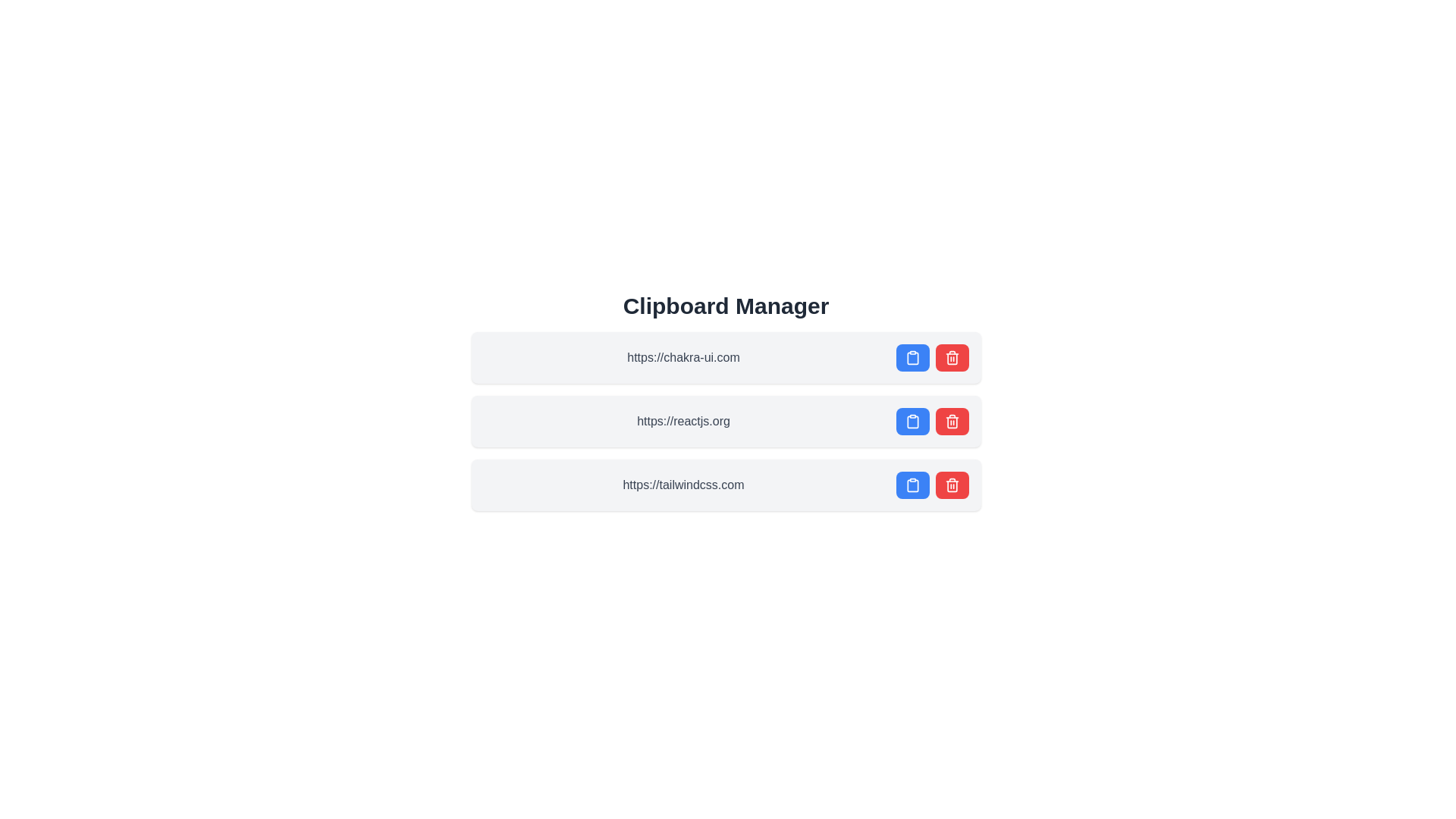 The width and height of the screenshot is (1456, 819). What do you see at coordinates (912, 485) in the screenshot?
I see `the clipboard icon located in the third row` at bounding box center [912, 485].